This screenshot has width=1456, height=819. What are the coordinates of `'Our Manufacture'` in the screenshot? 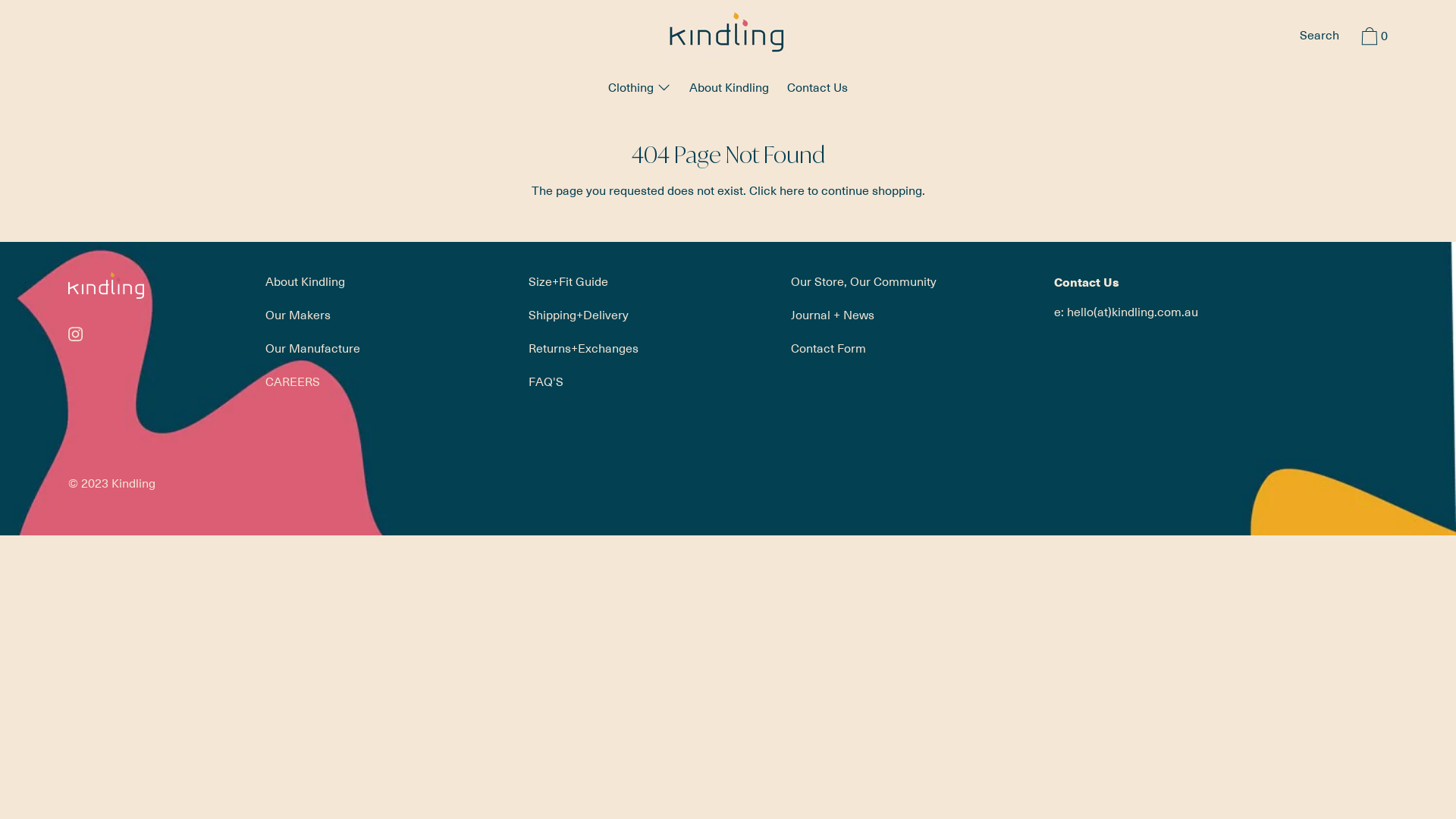 It's located at (312, 348).